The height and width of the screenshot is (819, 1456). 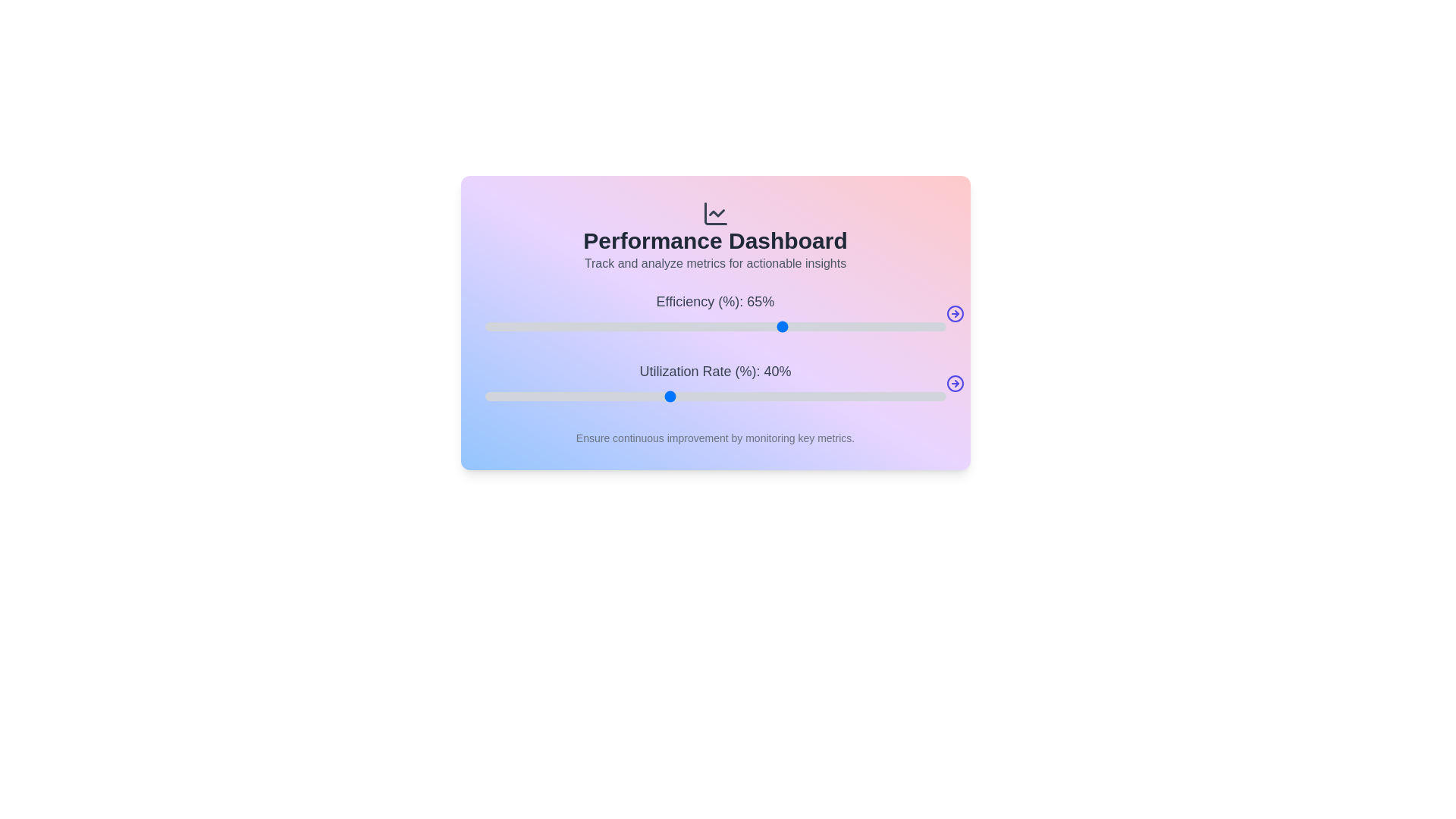 I want to click on the Utilization Rate slider to 92%, so click(x=908, y=396).